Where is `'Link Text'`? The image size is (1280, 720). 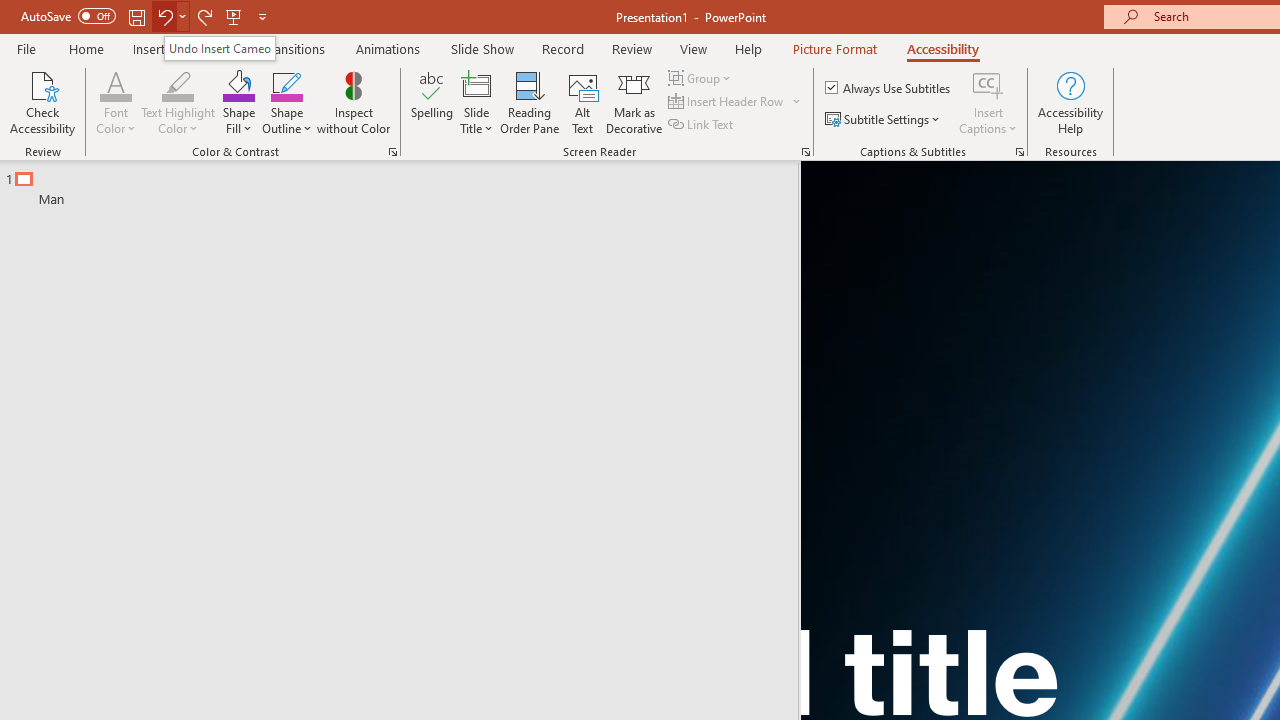 'Link Text' is located at coordinates (702, 124).